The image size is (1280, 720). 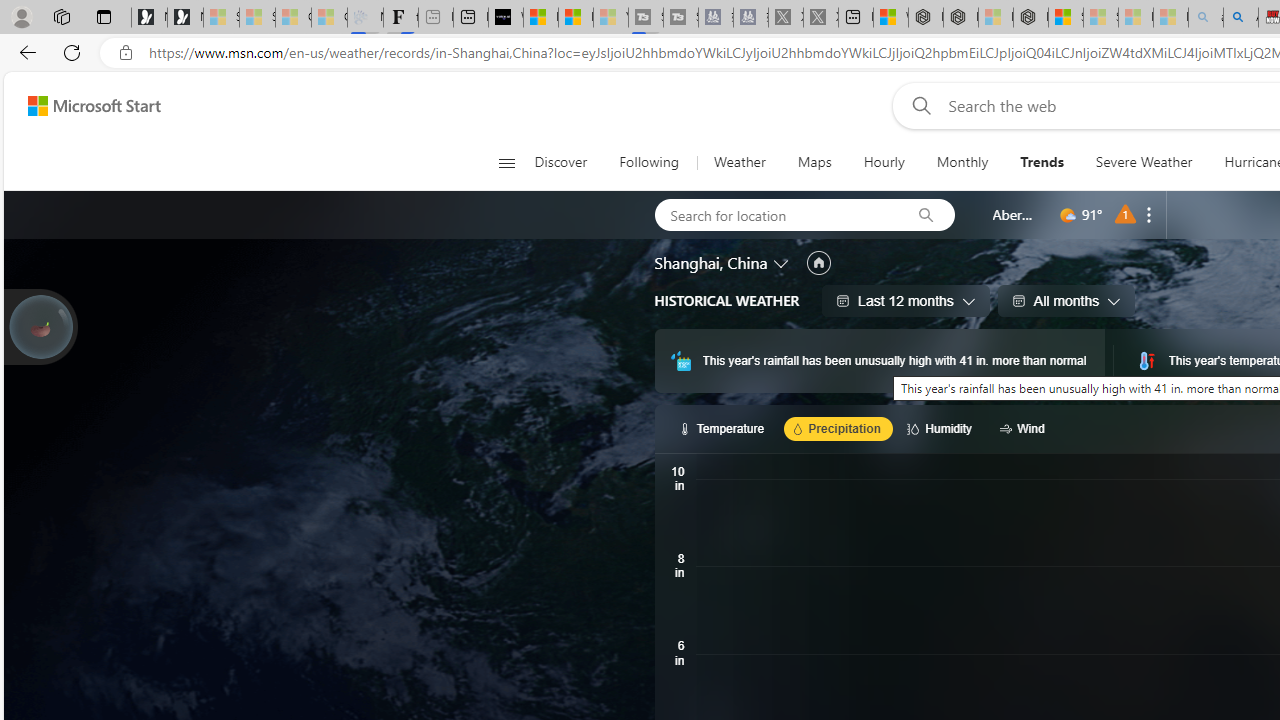 I want to click on 'Humidity', so click(x=941, y=427).